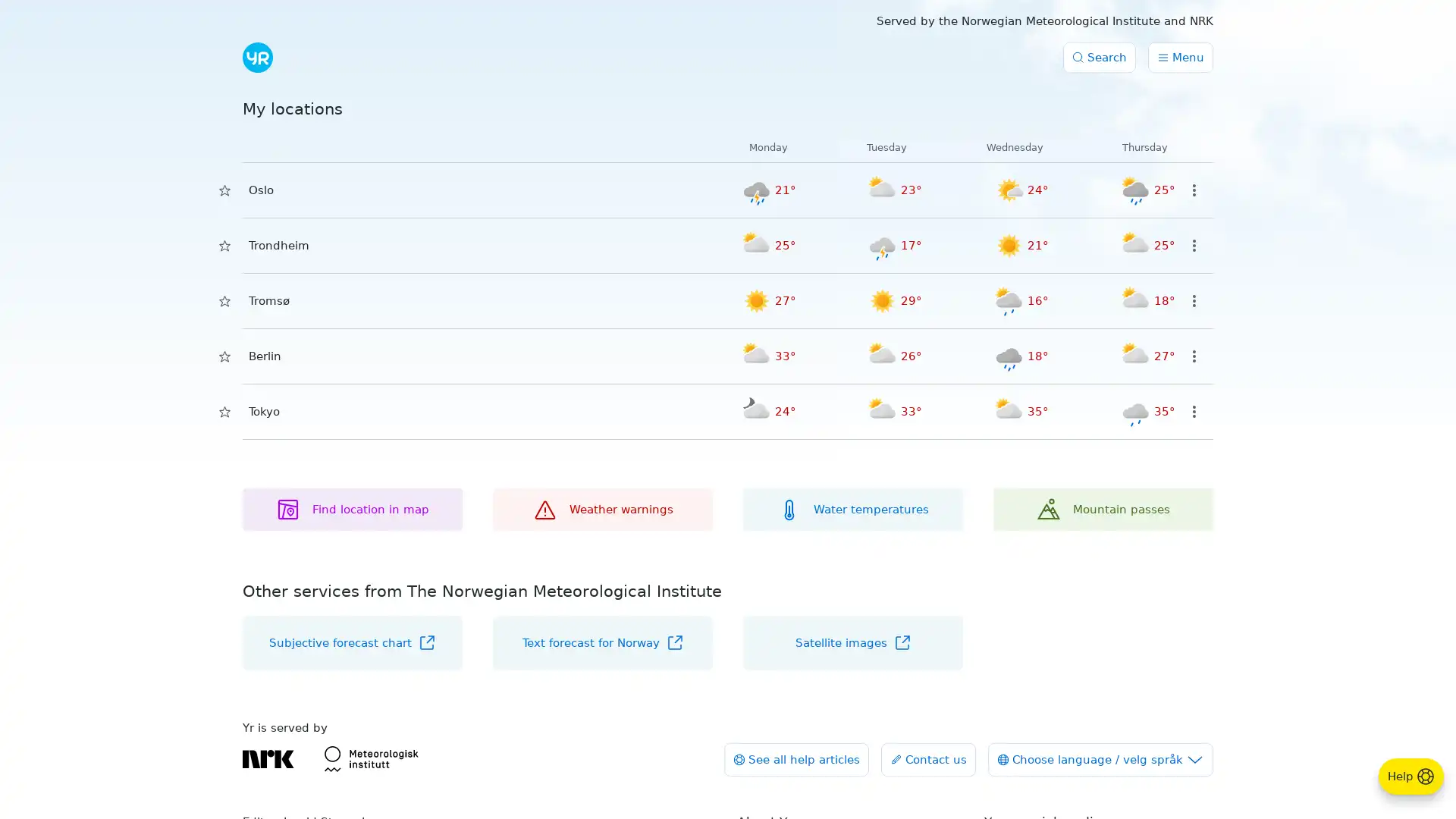  What do you see at coordinates (280, 58) in the screenshot?
I see `Submit` at bounding box center [280, 58].